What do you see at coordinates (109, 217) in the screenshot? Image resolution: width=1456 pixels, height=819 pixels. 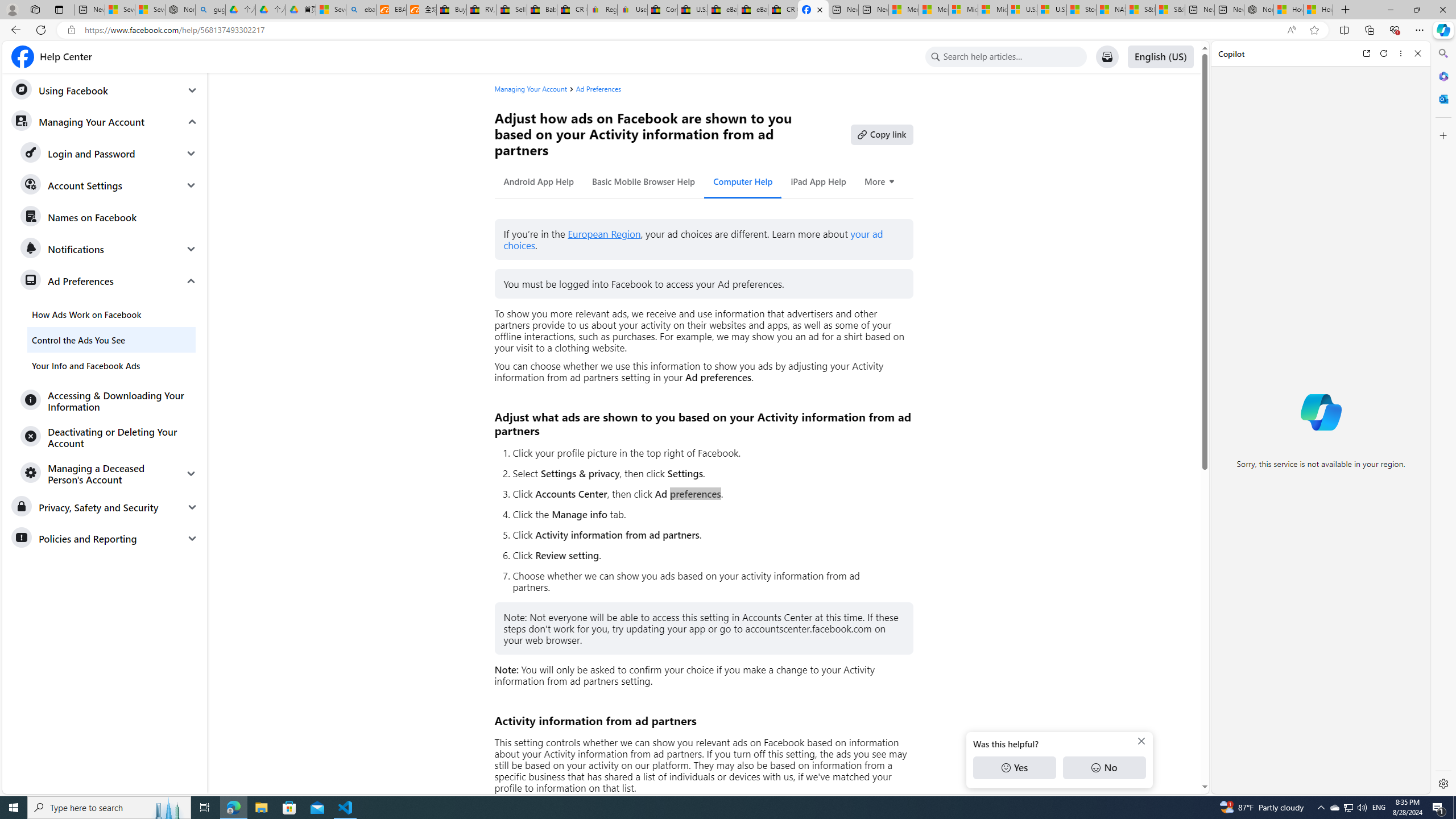 I see `'Names on Facebook'` at bounding box center [109, 217].